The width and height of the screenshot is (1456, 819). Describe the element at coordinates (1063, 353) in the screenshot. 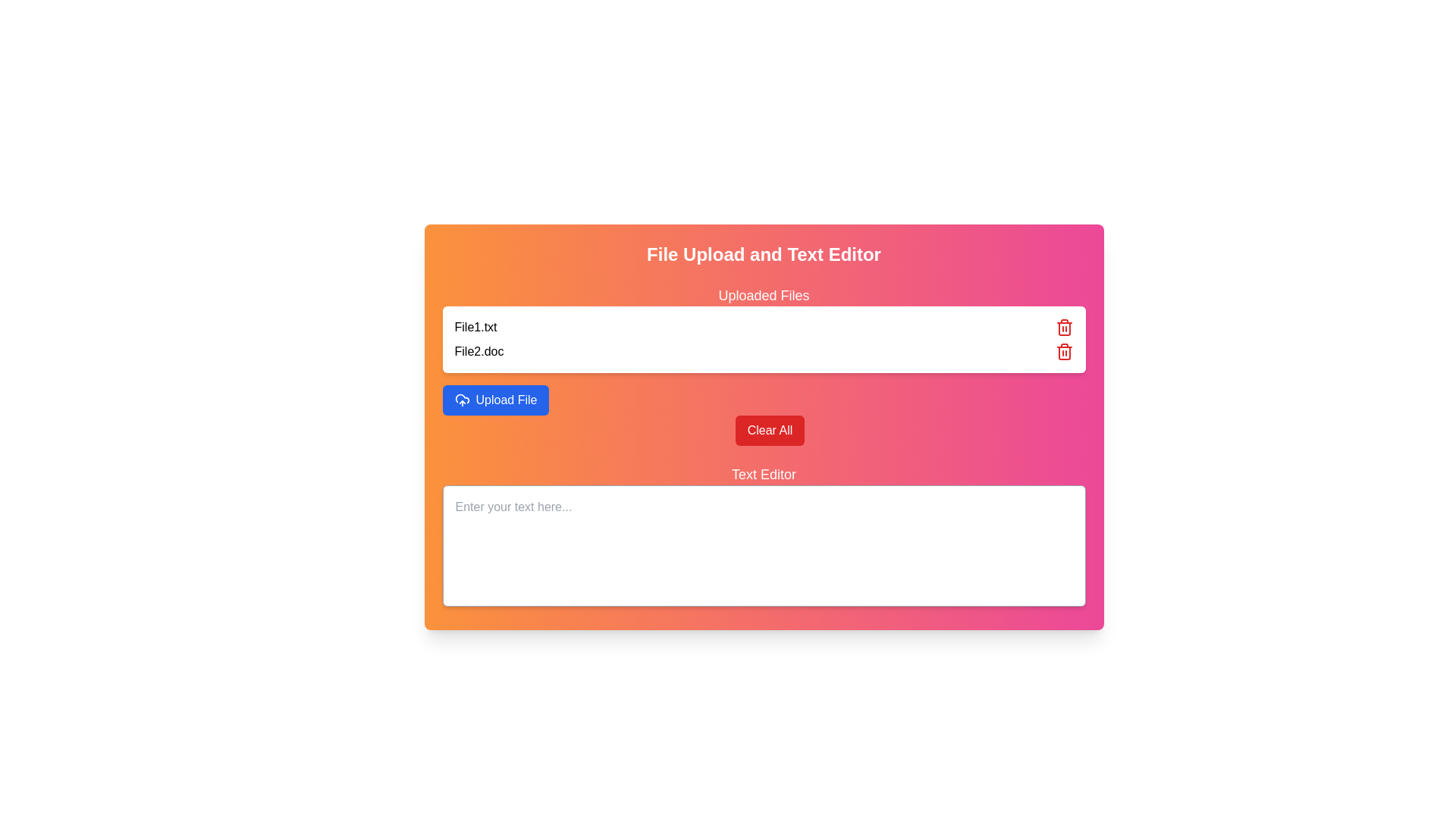

I see `the decorative part of the SVG trash can icon, which visually represents the body of the trash can, located on the right side of the individual file entry in the uploaded files list near the top of the page` at that location.